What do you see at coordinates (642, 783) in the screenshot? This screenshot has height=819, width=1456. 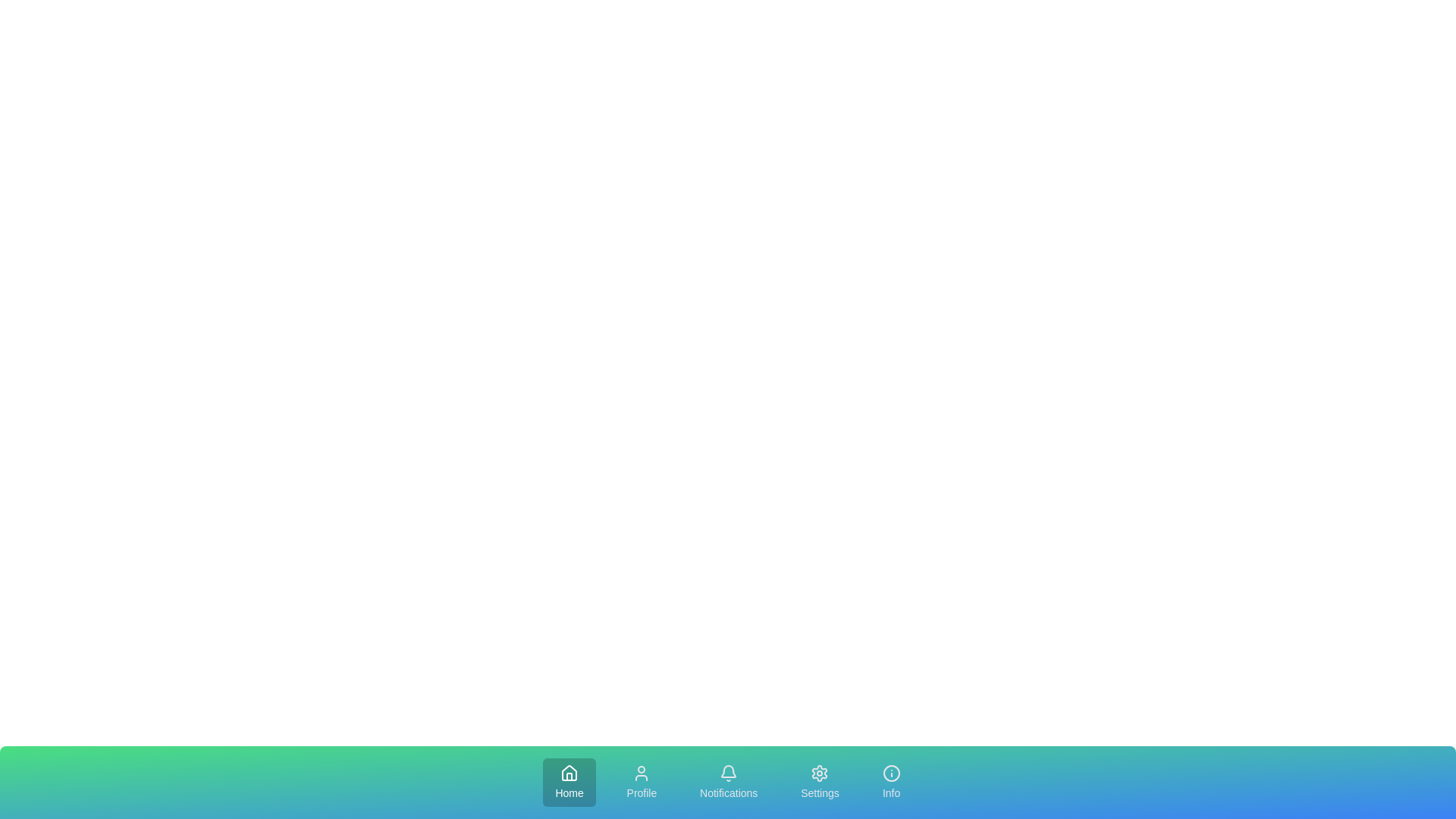 I see `the Profile tab in the bottom navigation bar` at bounding box center [642, 783].